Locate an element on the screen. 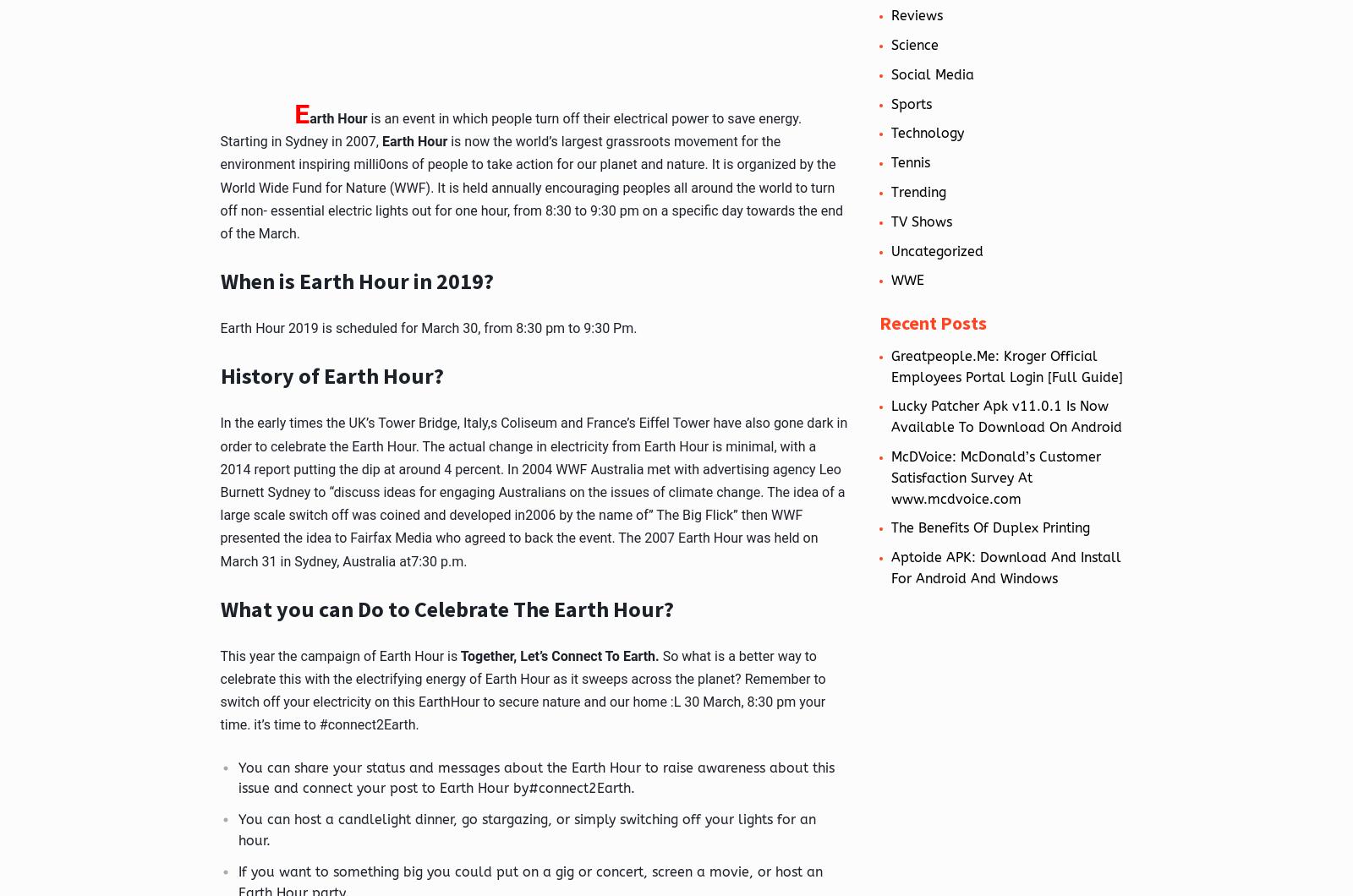 This screenshot has width=1353, height=896. 'E' is located at coordinates (301, 112).